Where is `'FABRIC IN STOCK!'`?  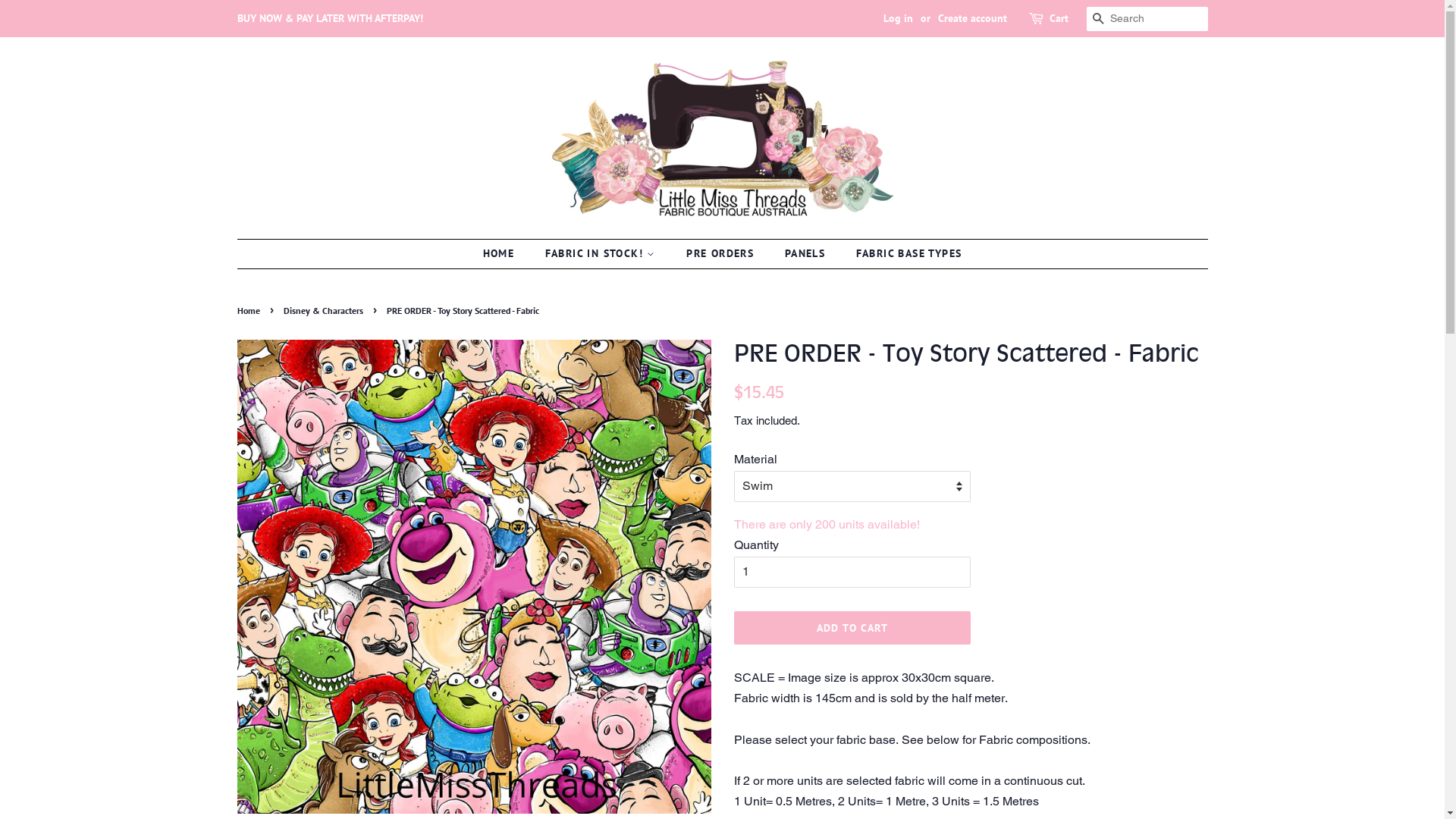
'FABRIC IN STOCK!' is located at coordinates (601, 253).